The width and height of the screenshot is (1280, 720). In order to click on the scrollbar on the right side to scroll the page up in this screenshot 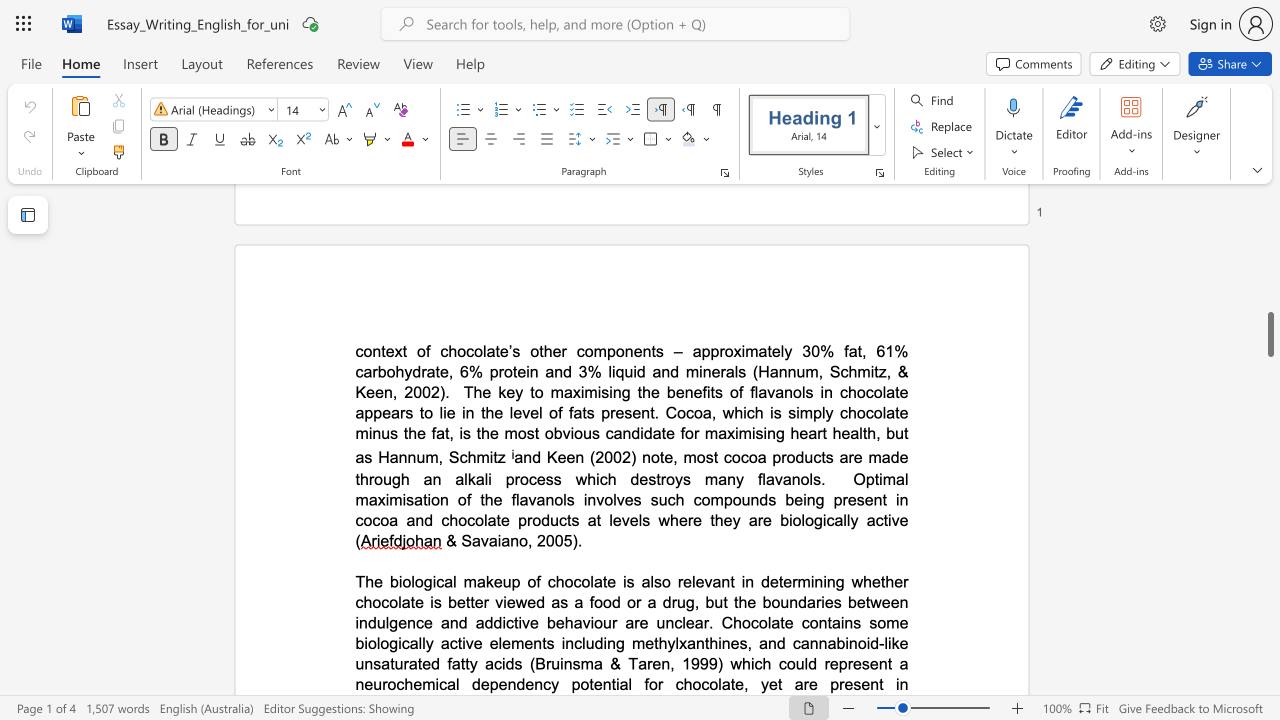, I will do `click(1269, 248)`.